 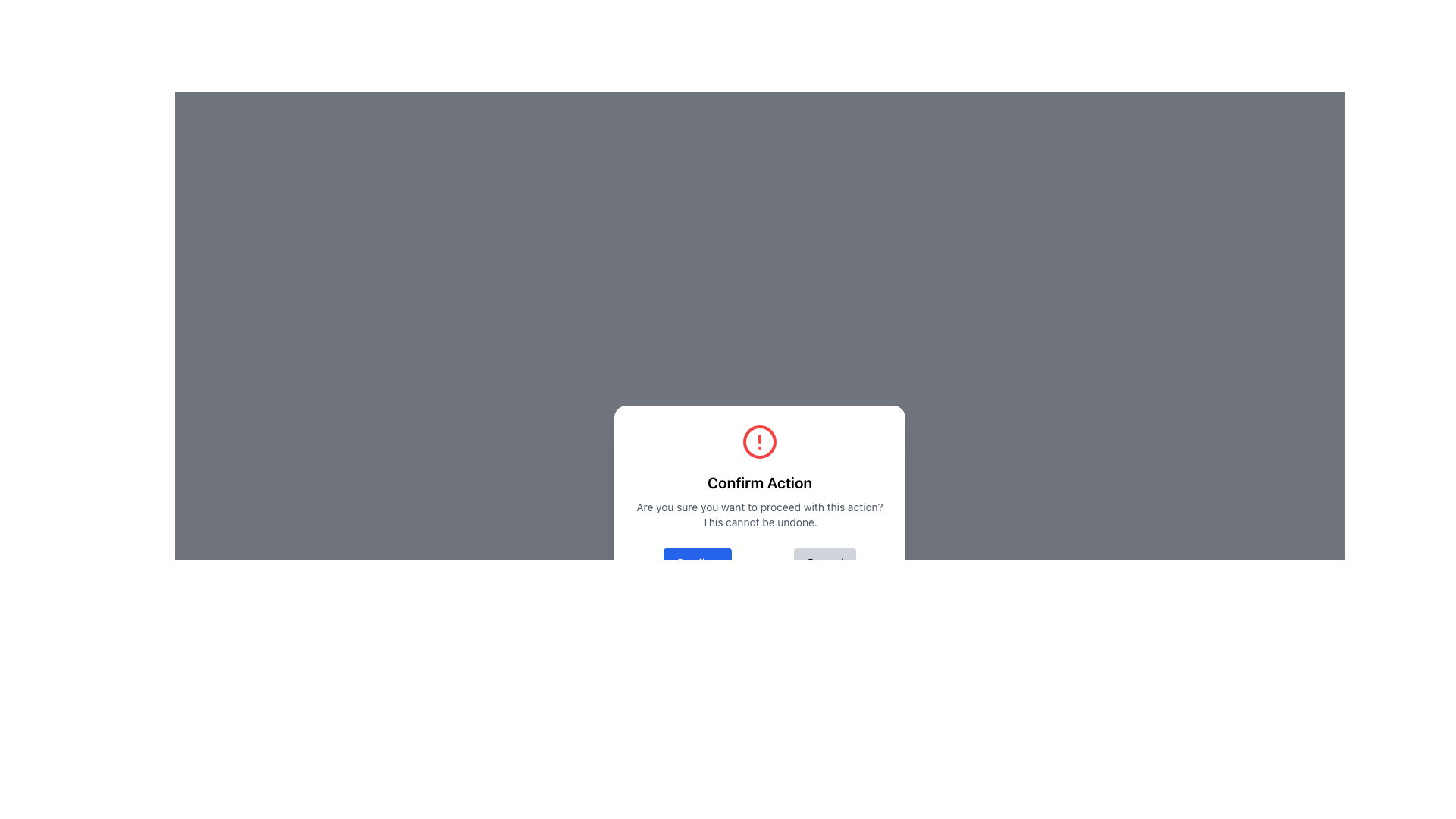 I want to click on the critical alert icon located at the top center of the confirmation dialog box, which is positioned directly above the 'Confirm Action' text, so click(x=760, y=441).